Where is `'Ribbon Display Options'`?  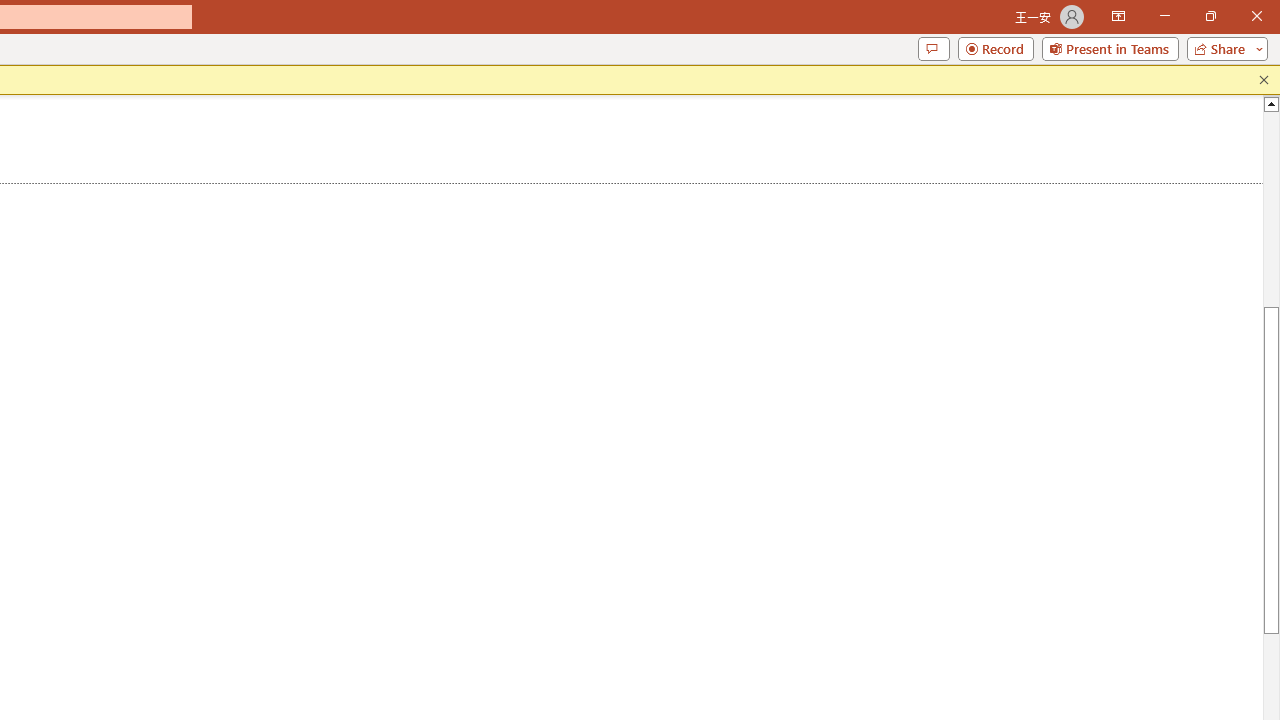
'Ribbon Display Options' is located at coordinates (1117, 16).